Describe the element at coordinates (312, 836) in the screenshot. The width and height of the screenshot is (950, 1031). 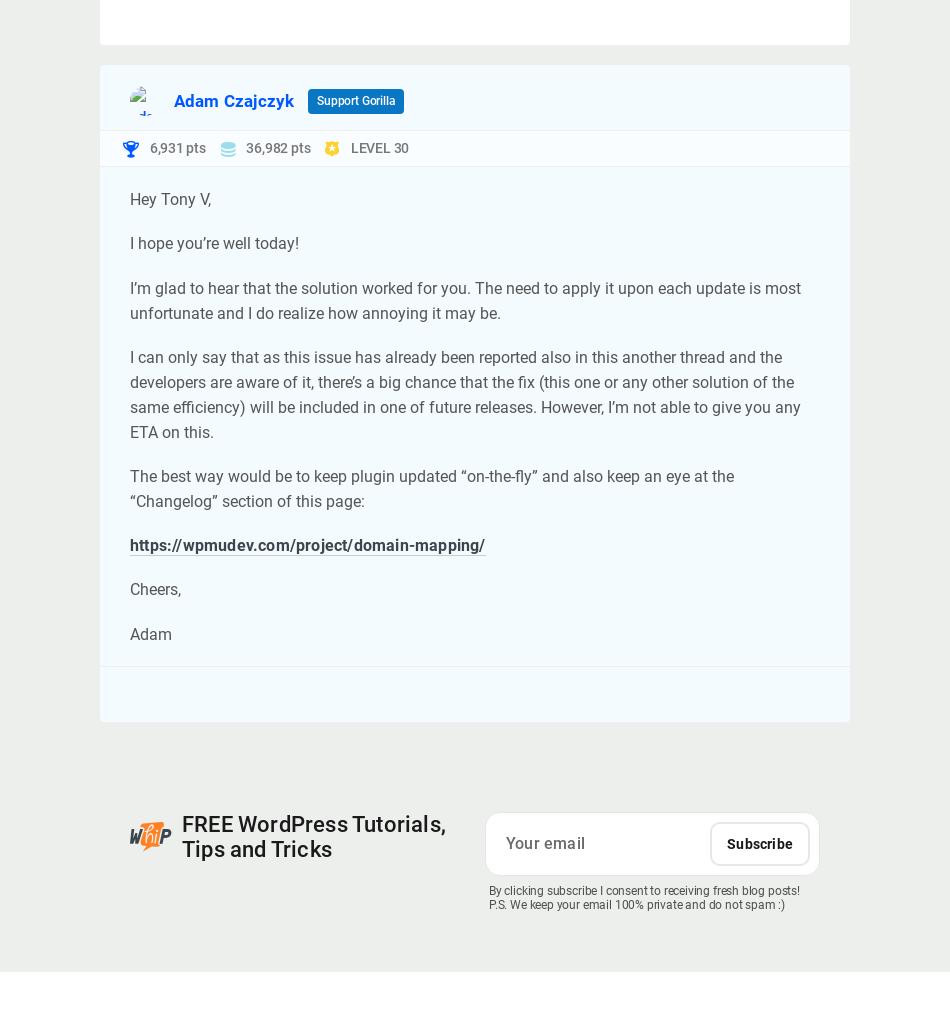
I see `'FREE WordPress Tutorials, Tips and Tricks'` at that location.